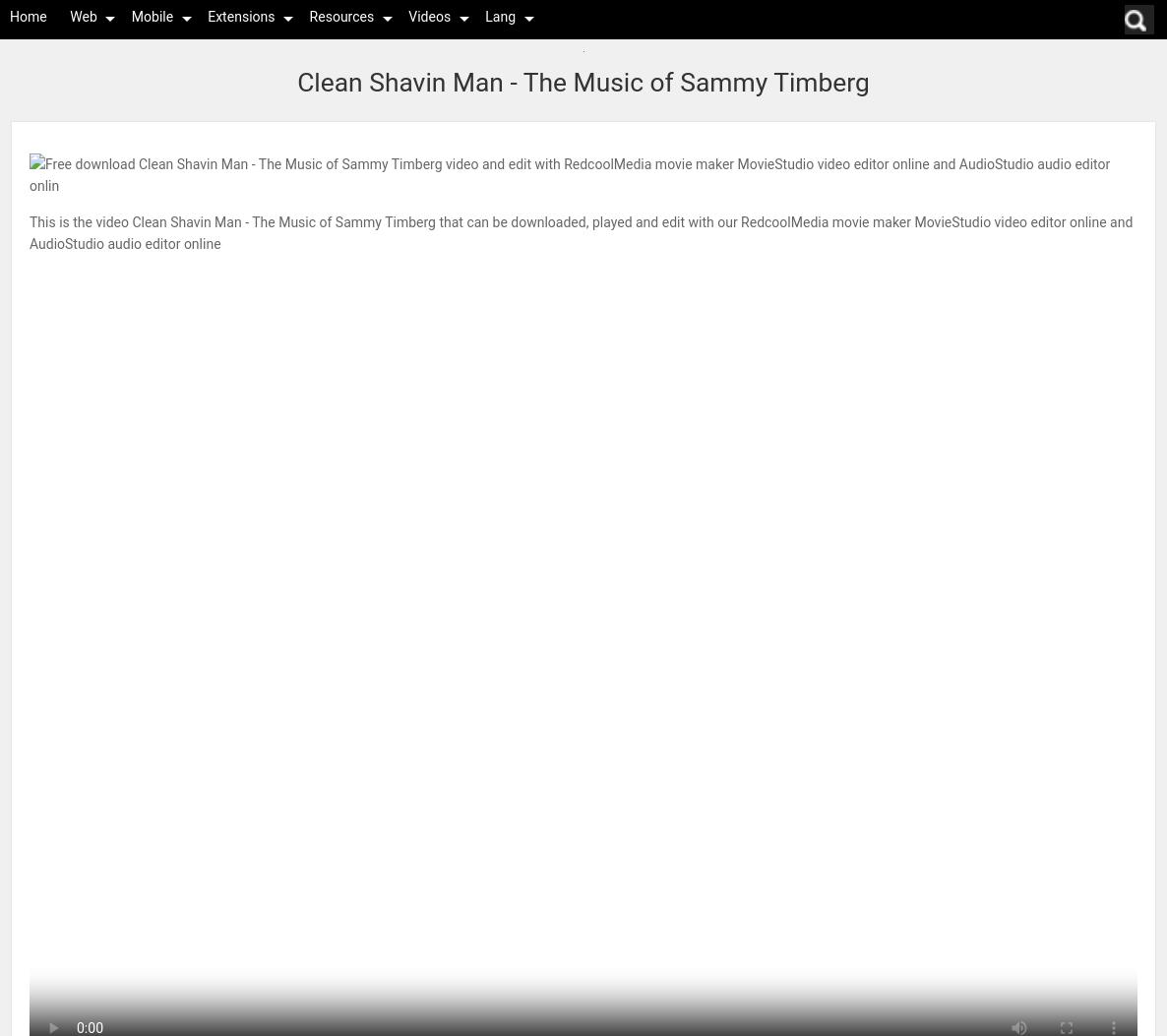  Describe the element at coordinates (581, 232) in the screenshot. I see `'This is the video Clean Shavin Man - The Music of Sammy Timberg that can be downloaded, played and edit with our RedcoolMedia movie maker MovieStudio video editor online and AudioStudio audio editor online'` at that location.